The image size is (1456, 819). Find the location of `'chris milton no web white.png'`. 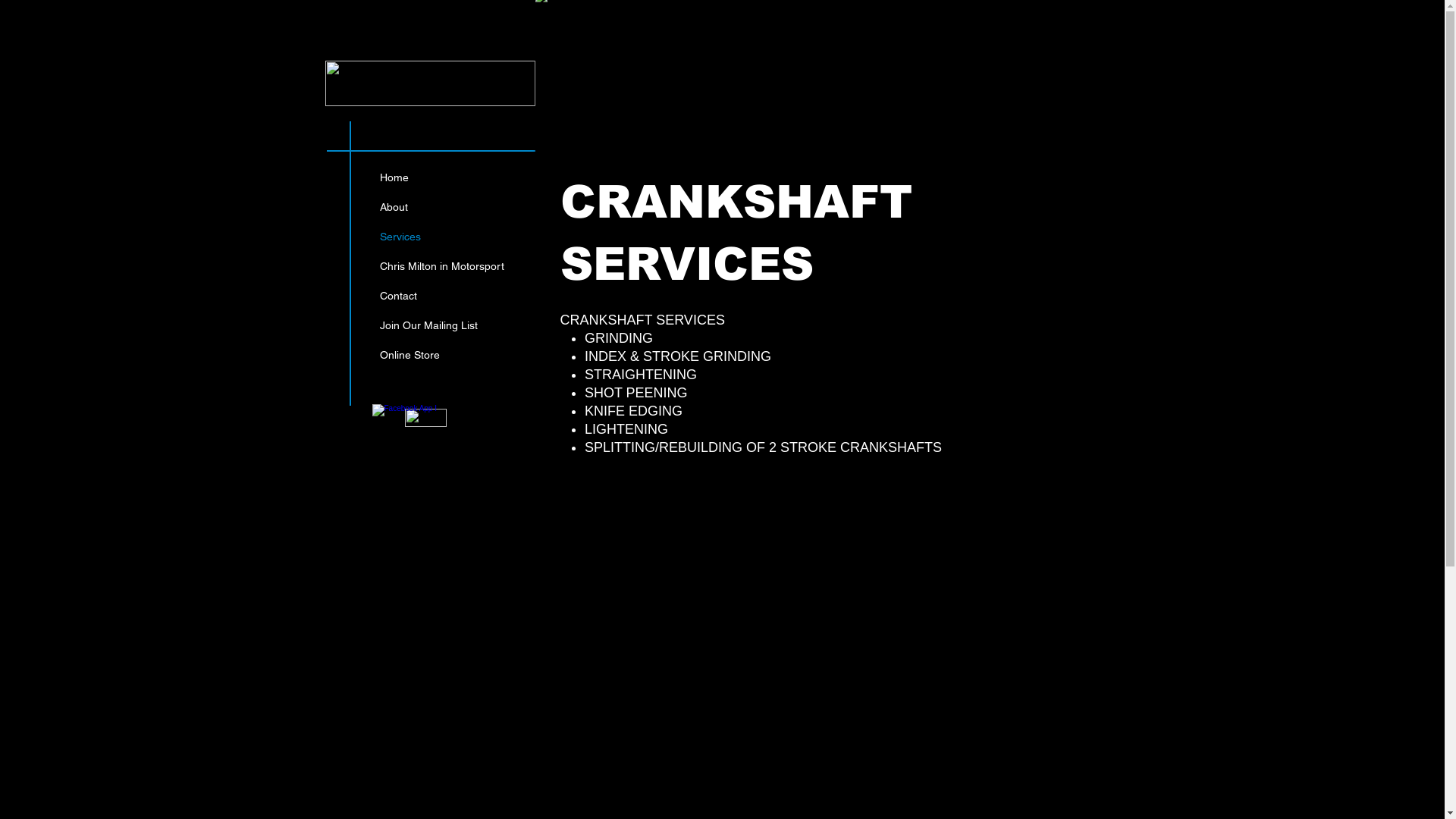

'chris milton no web white.png' is located at coordinates (428, 83).